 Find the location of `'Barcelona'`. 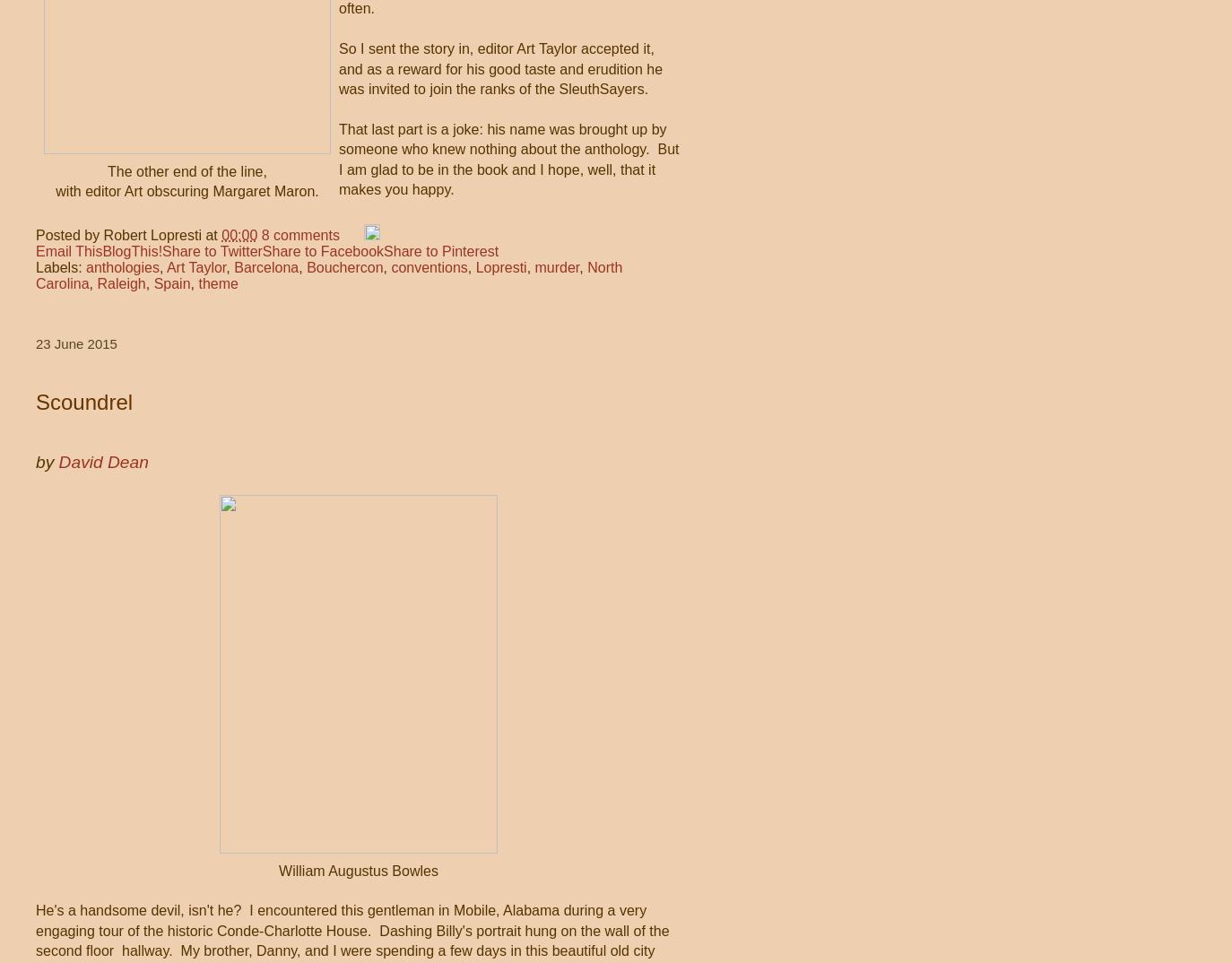

'Barcelona' is located at coordinates (265, 266).